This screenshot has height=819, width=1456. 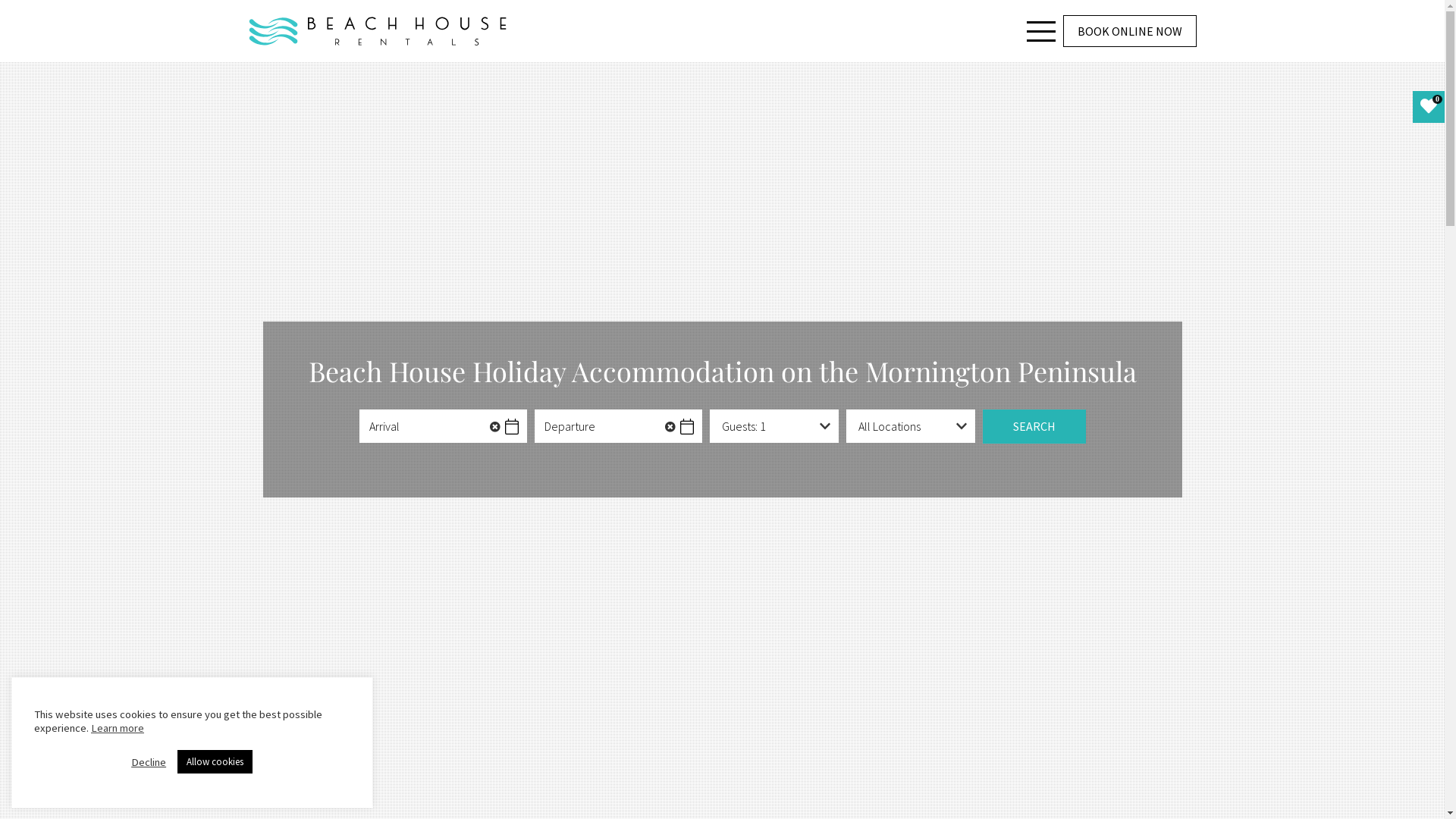 What do you see at coordinates (116, 727) in the screenshot?
I see `'Learn more'` at bounding box center [116, 727].